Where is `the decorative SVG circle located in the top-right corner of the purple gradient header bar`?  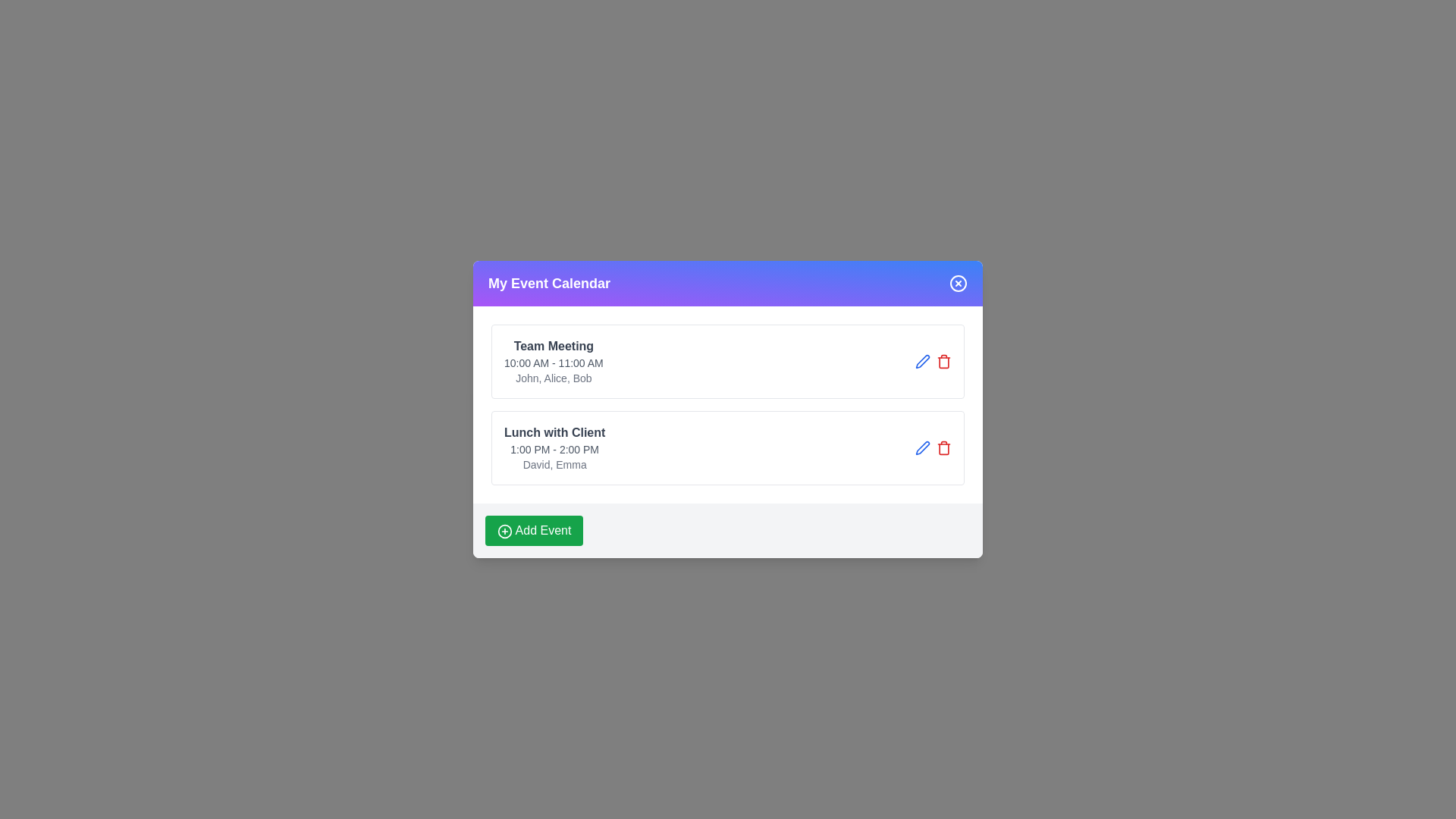 the decorative SVG circle located in the top-right corner of the purple gradient header bar is located at coordinates (957, 284).